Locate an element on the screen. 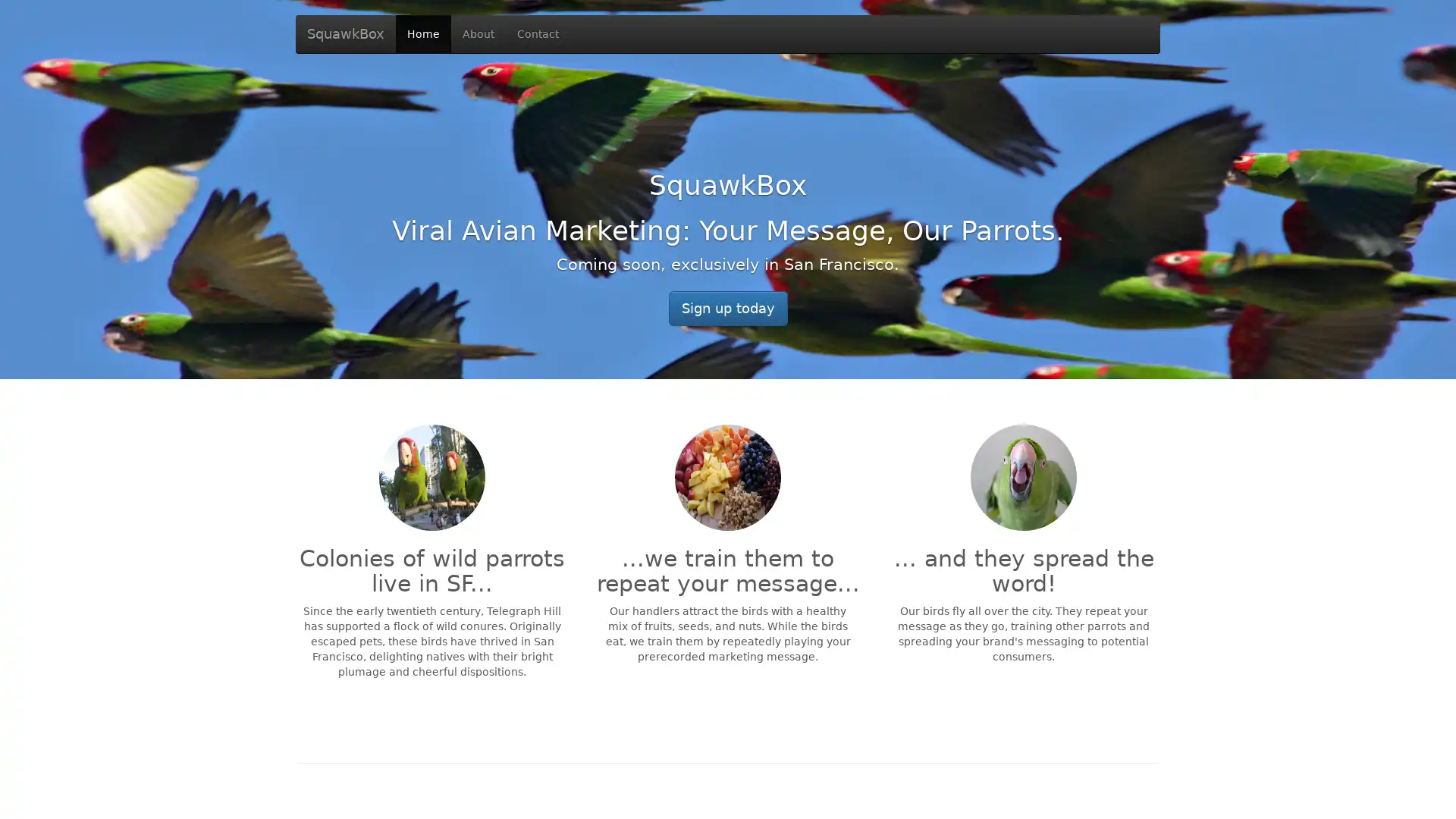  Sign up today is located at coordinates (726, 308).